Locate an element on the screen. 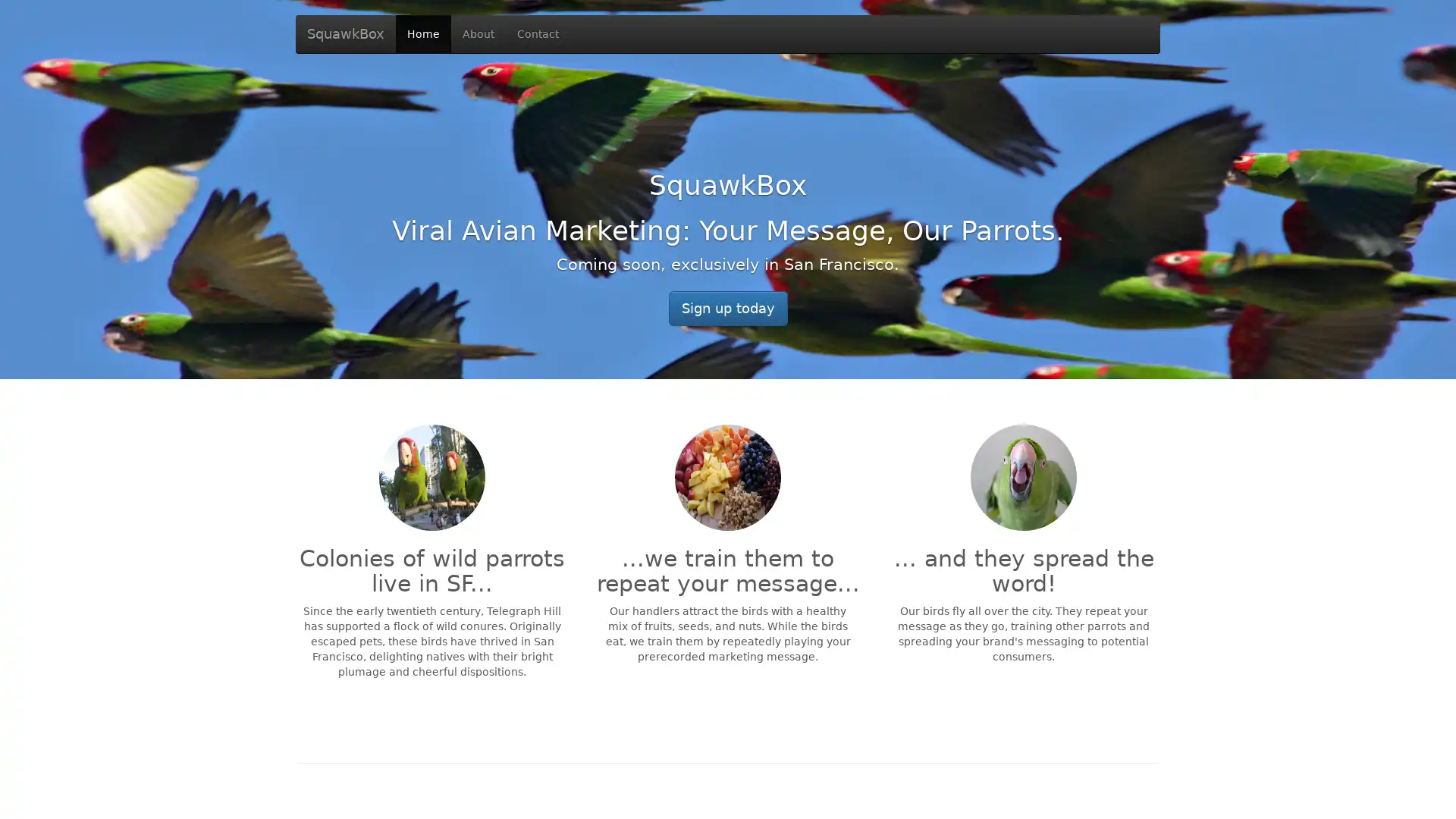  Sign up today is located at coordinates (726, 308).